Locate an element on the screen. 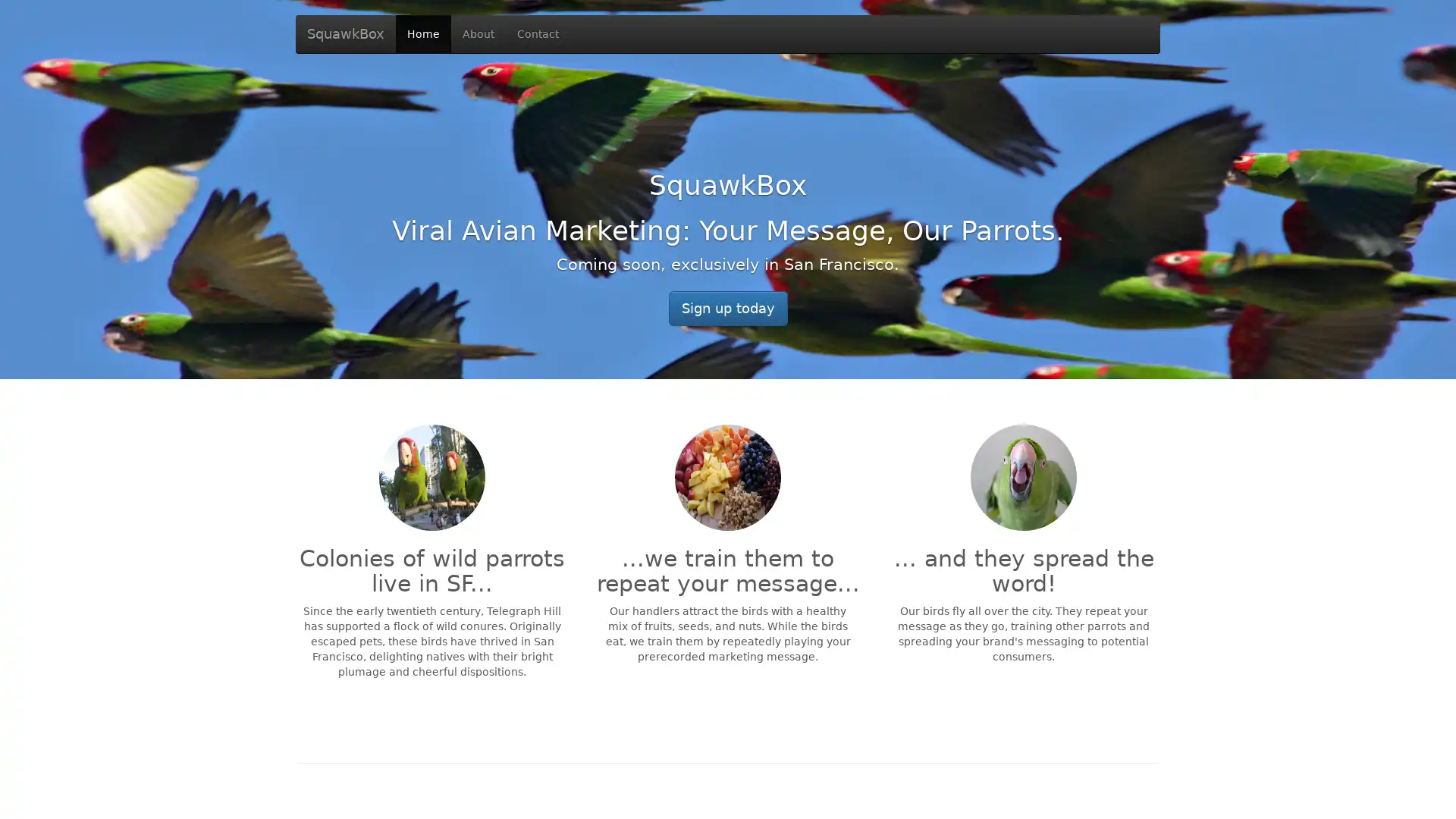  Sign up today is located at coordinates (726, 308).